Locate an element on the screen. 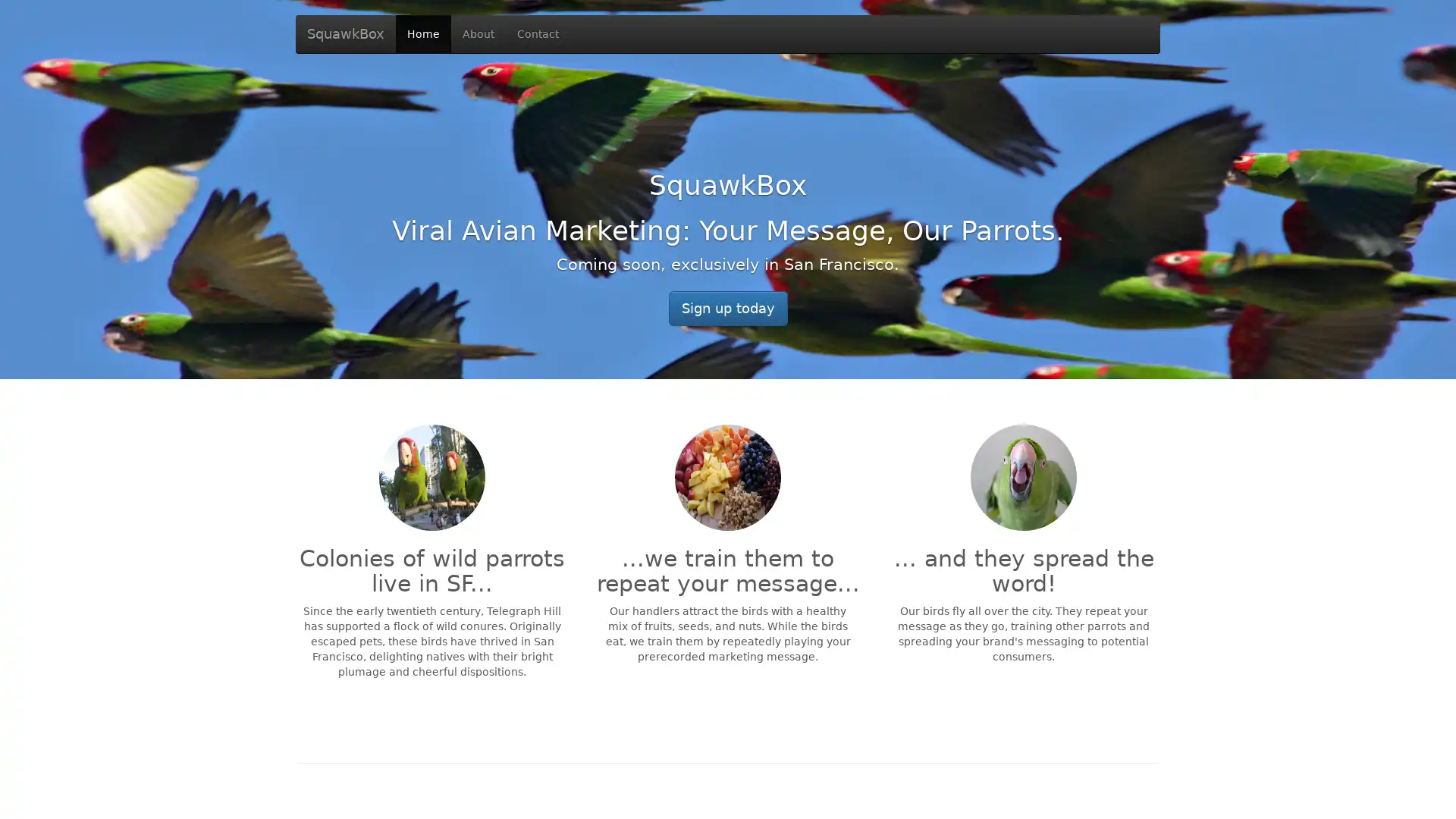  Sign up today is located at coordinates (726, 308).